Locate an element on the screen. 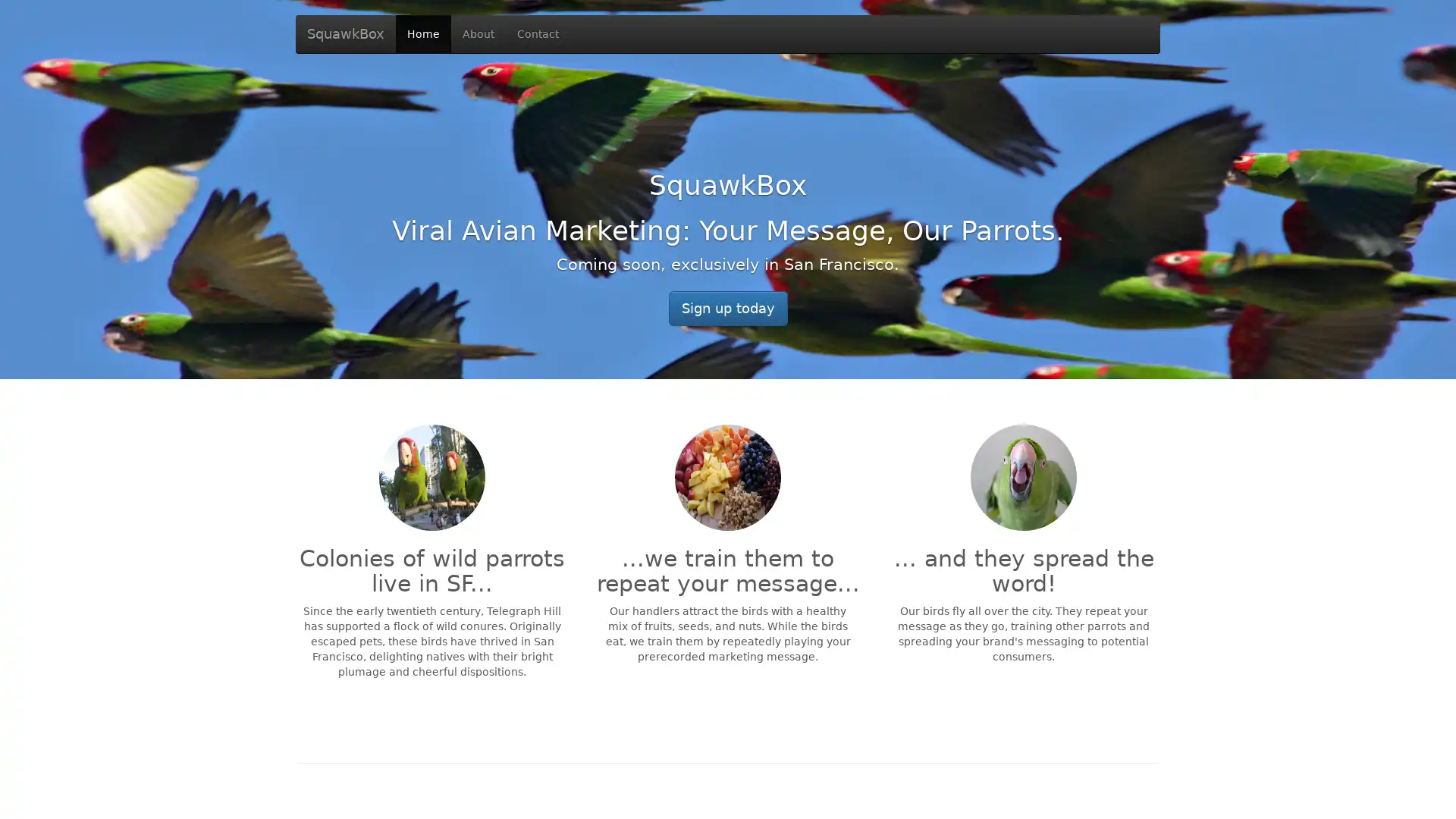  Sign up today is located at coordinates (726, 308).